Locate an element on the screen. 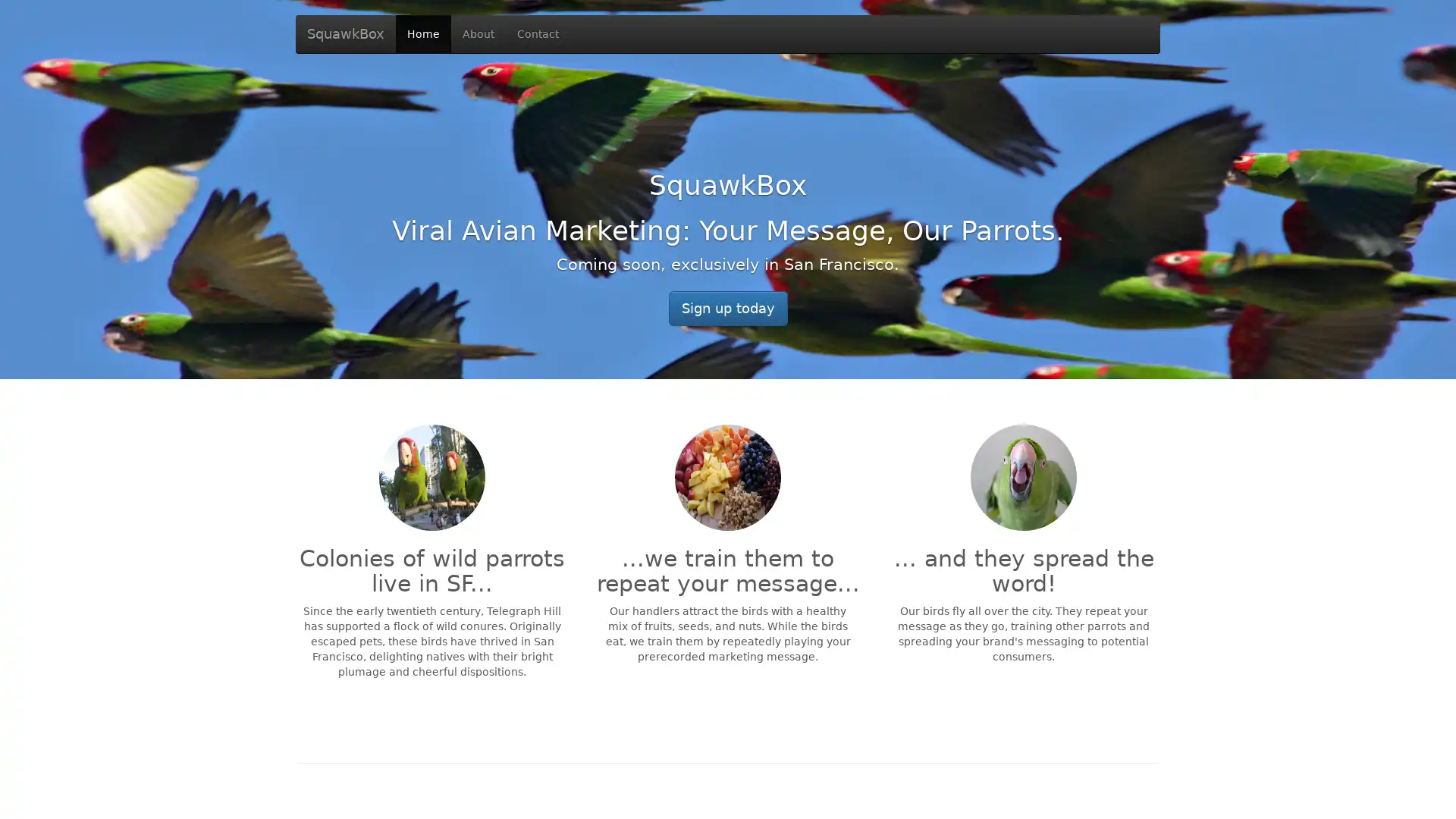  Sign up today is located at coordinates (726, 308).